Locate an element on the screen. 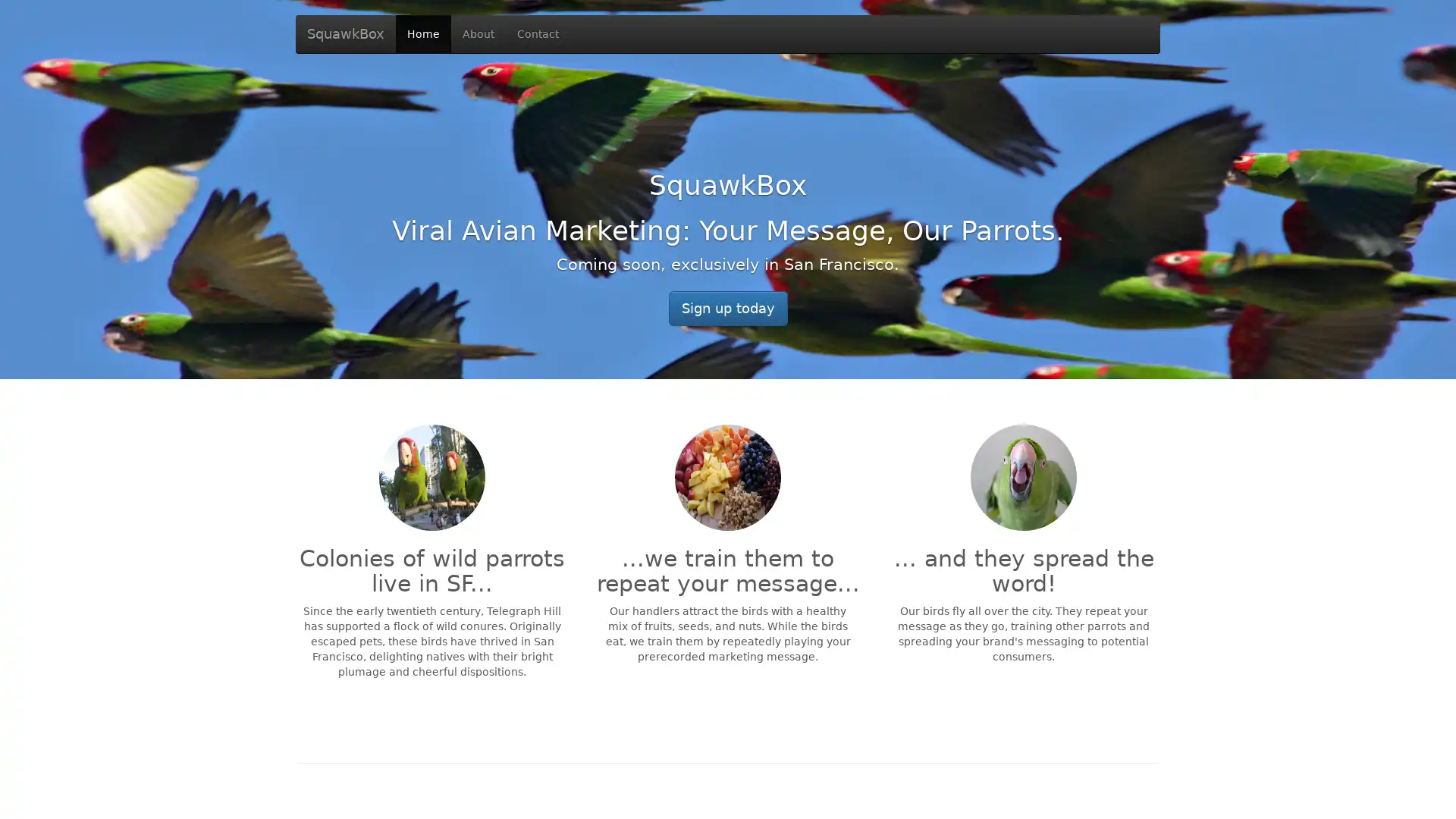  Sign up today is located at coordinates (726, 308).